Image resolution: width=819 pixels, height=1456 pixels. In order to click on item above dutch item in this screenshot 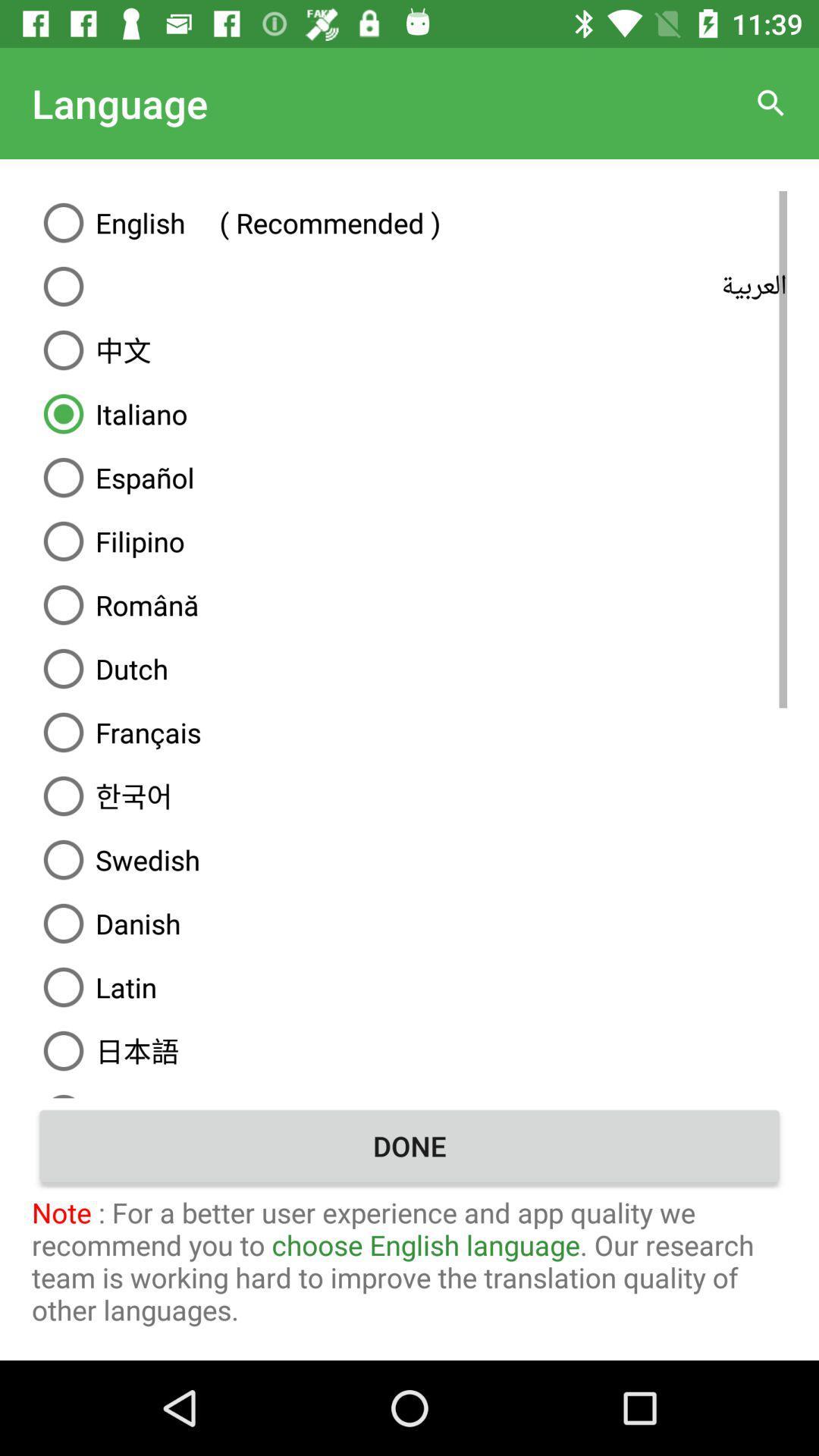, I will do `click(409, 604)`.